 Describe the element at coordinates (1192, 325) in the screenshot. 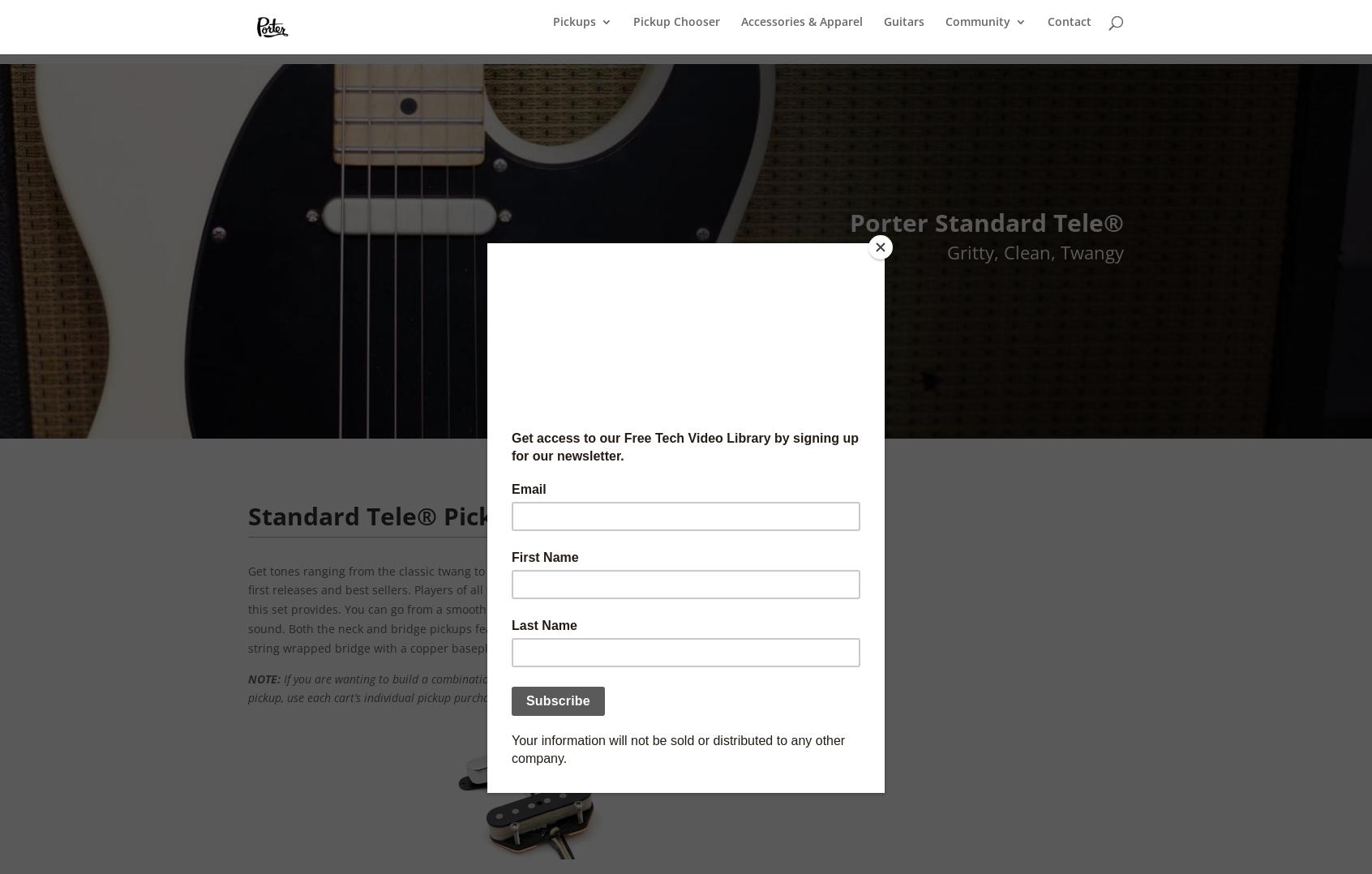

I see `'Articles'` at that location.